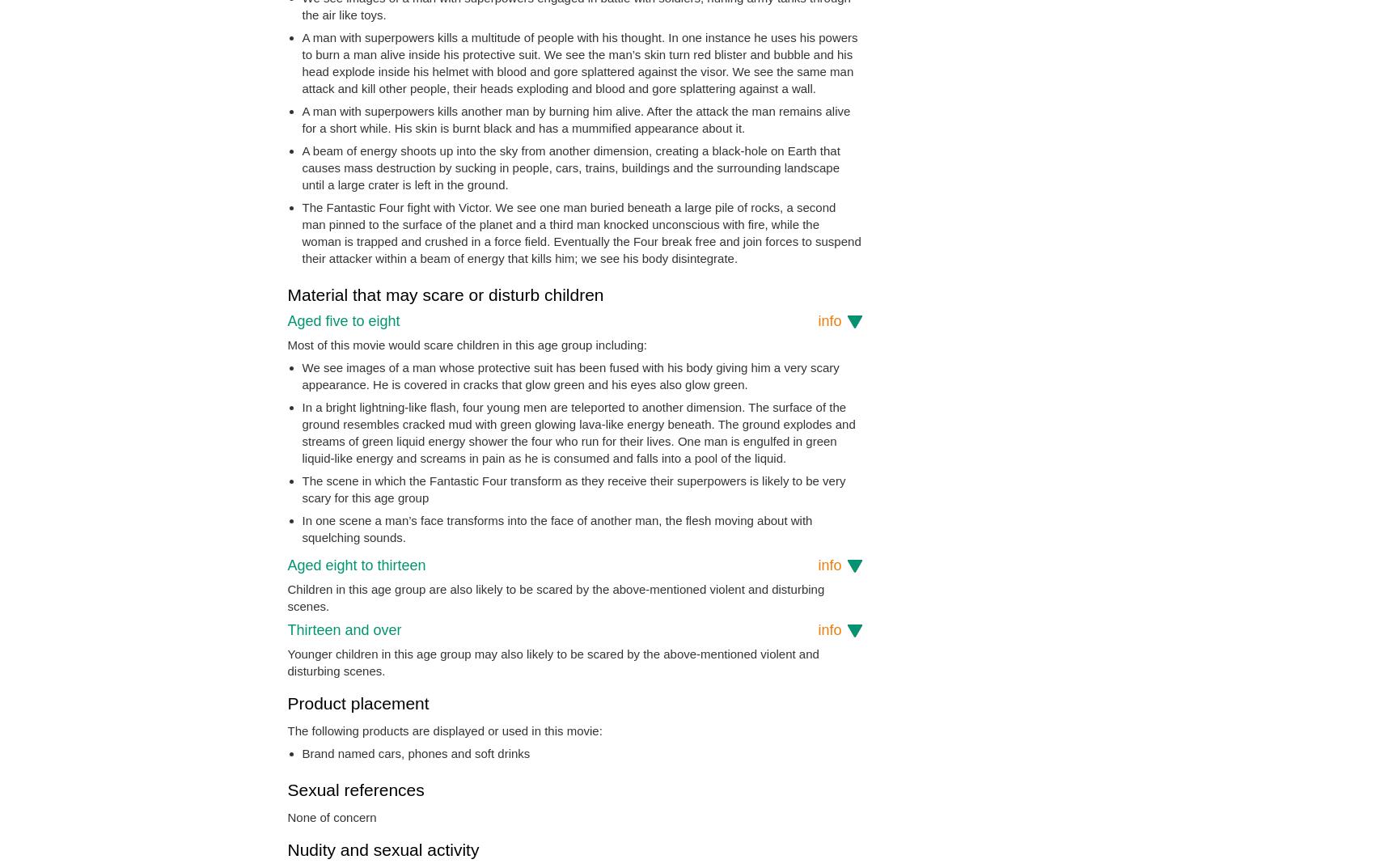  I want to click on 'Most of this movie would scare children in this age group including:', so click(465, 344).